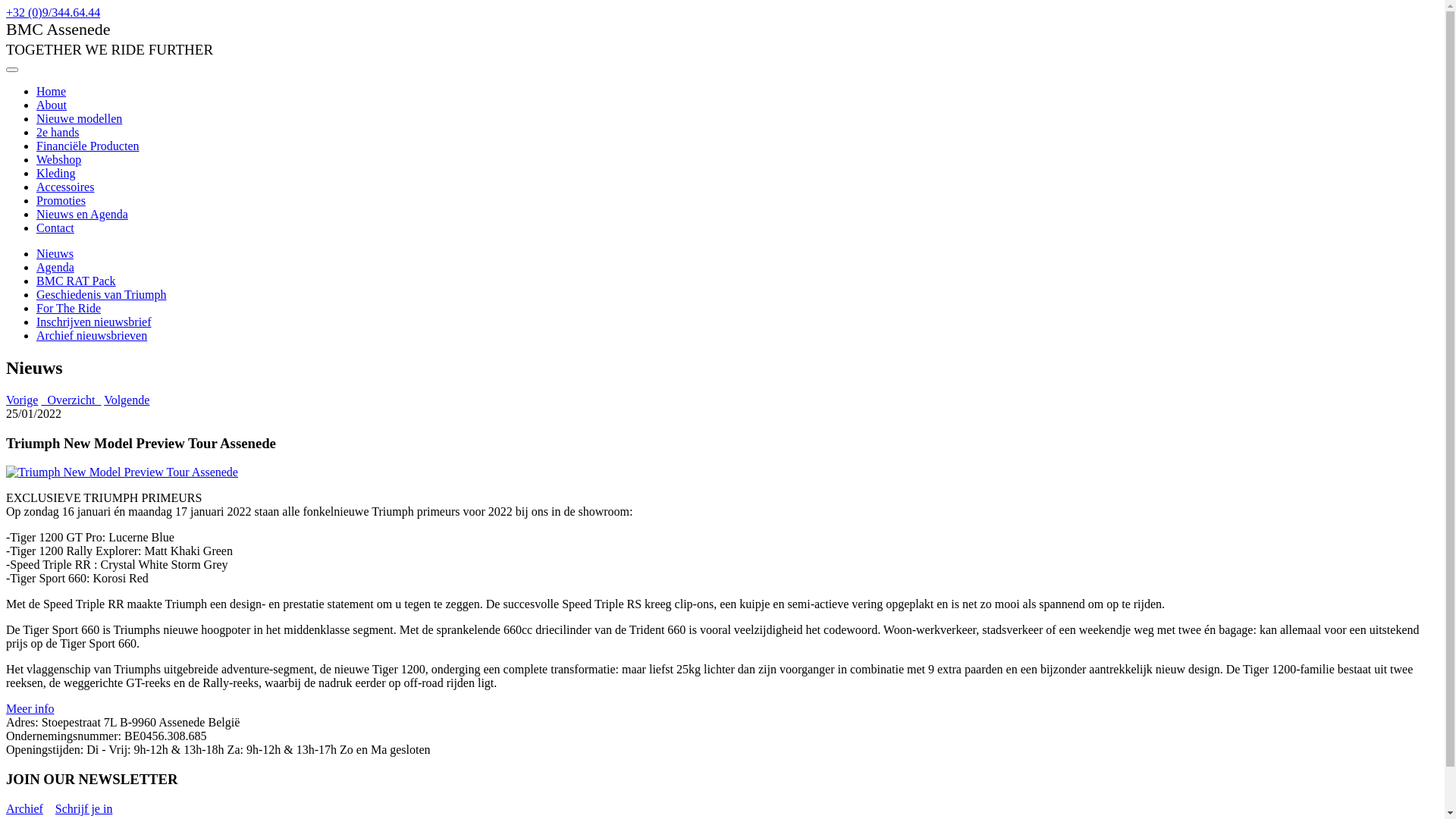 This screenshot has height=819, width=1456. What do you see at coordinates (53, 12) in the screenshot?
I see `'+32 (0)9/344.64.44'` at bounding box center [53, 12].